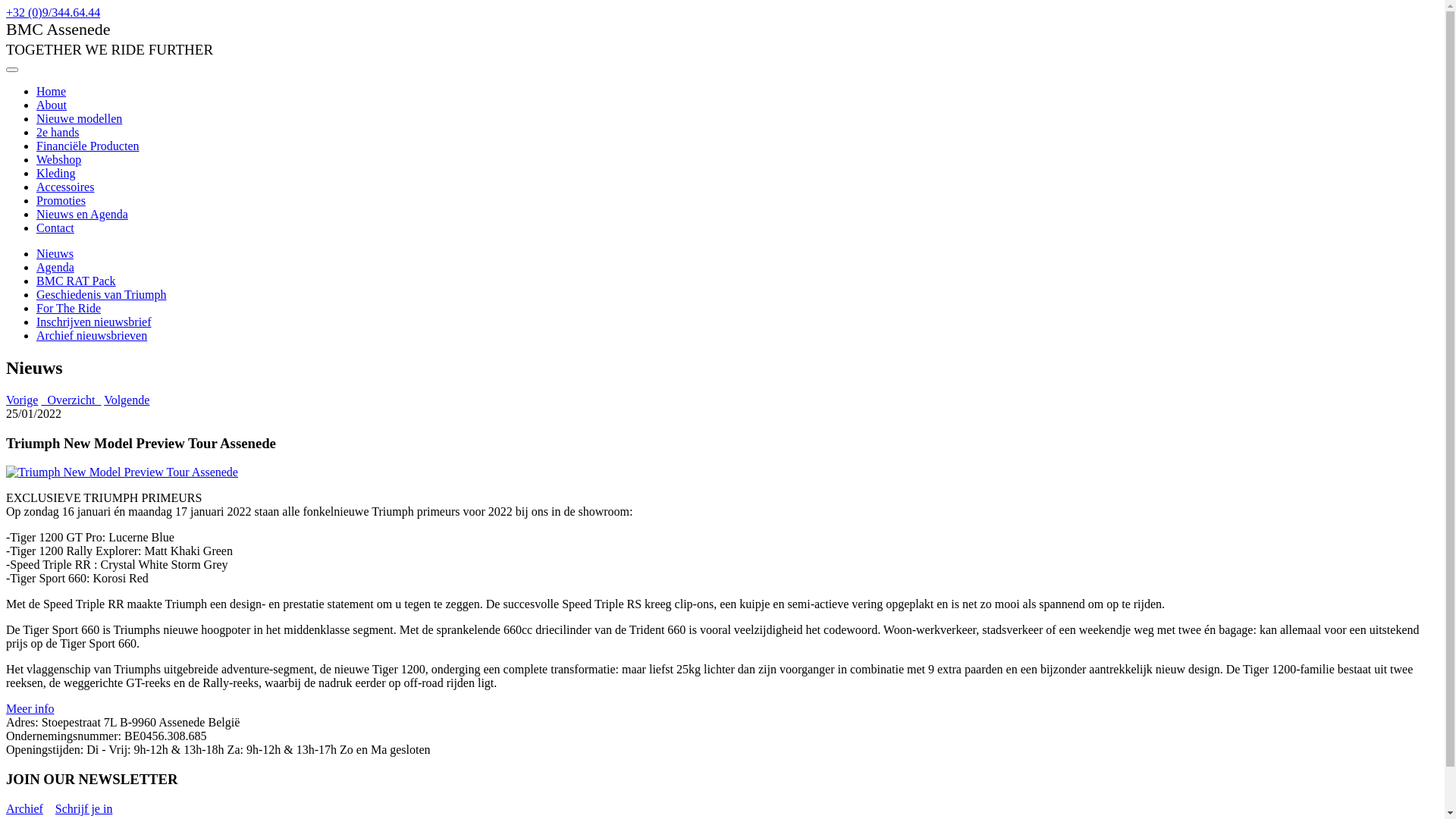 This screenshot has height=819, width=1456. What do you see at coordinates (53, 12) in the screenshot?
I see `'+32 (0)9/344.64.44'` at bounding box center [53, 12].